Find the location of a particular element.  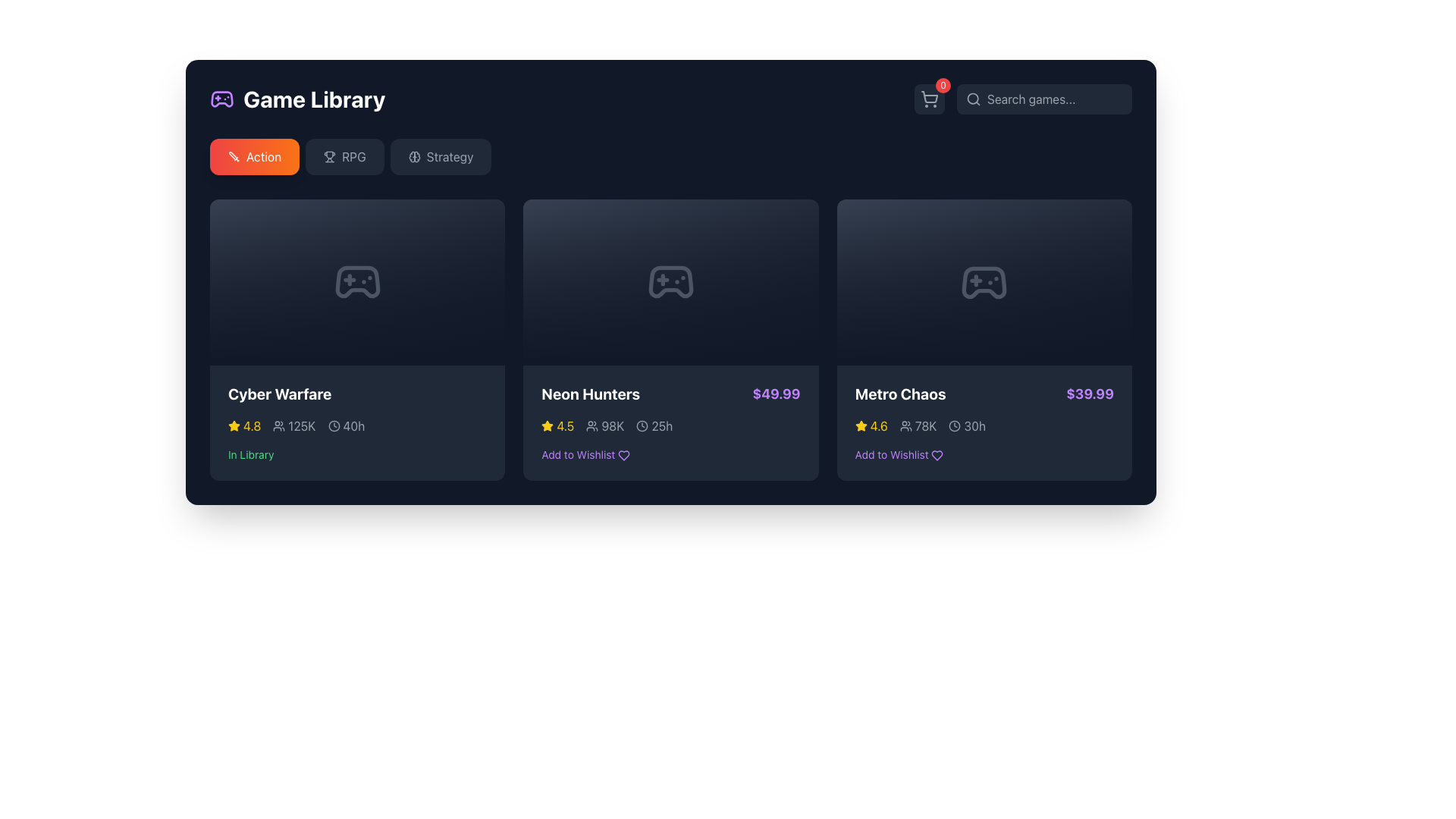

the shopping cart icon located at the top-right corner of the interface is located at coordinates (928, 99).